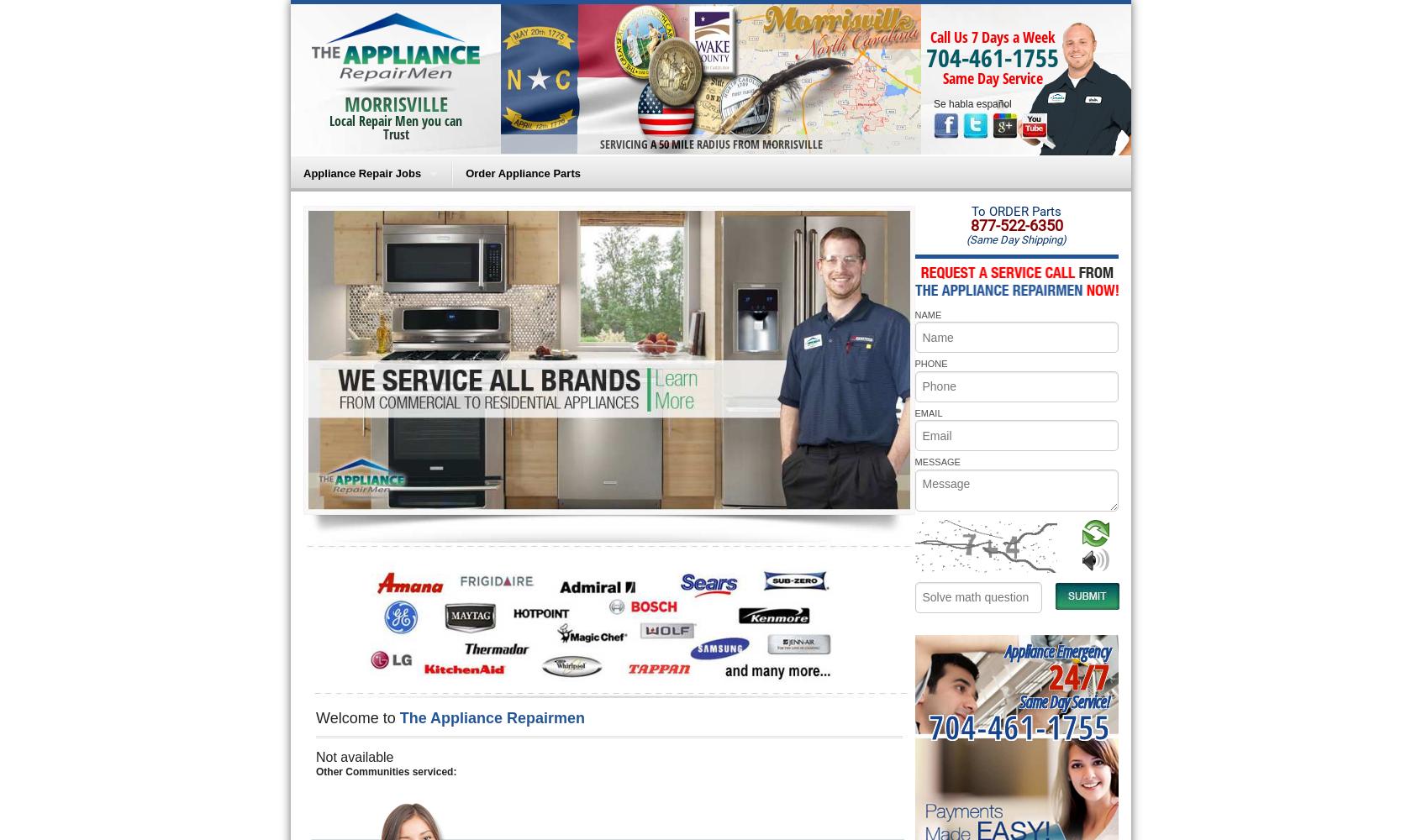 The height and width of the screenshot is (840, 1422). Describe the element at coordinates (1064, 700) in the screenshot. I see `'Same Day Service!'` at that location.